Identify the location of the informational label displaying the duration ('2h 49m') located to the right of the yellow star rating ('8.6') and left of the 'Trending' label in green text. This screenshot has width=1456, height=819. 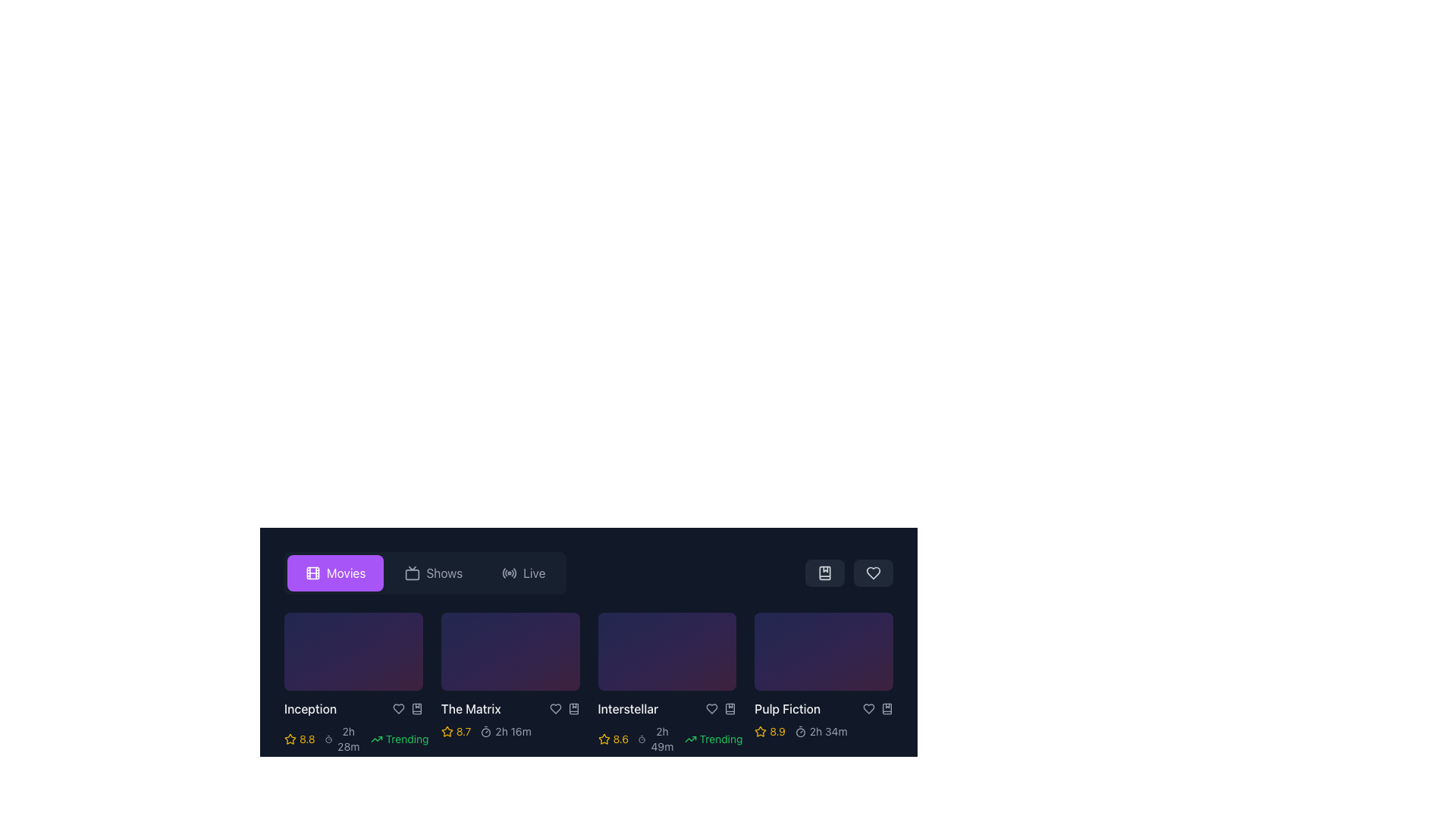
(656, 738).